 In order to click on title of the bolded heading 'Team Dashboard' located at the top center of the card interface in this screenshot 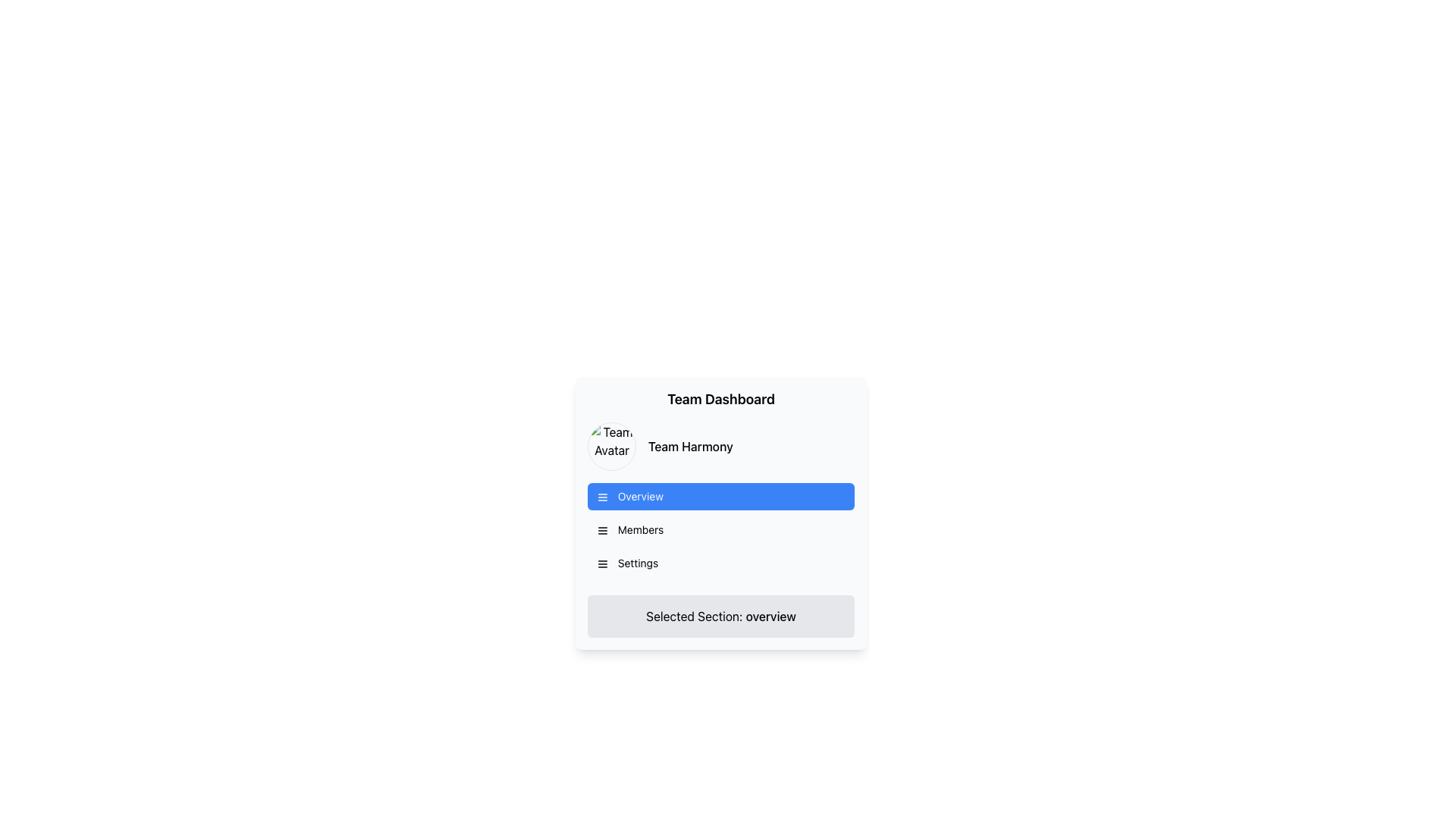, I will do `click(720, 399)`.